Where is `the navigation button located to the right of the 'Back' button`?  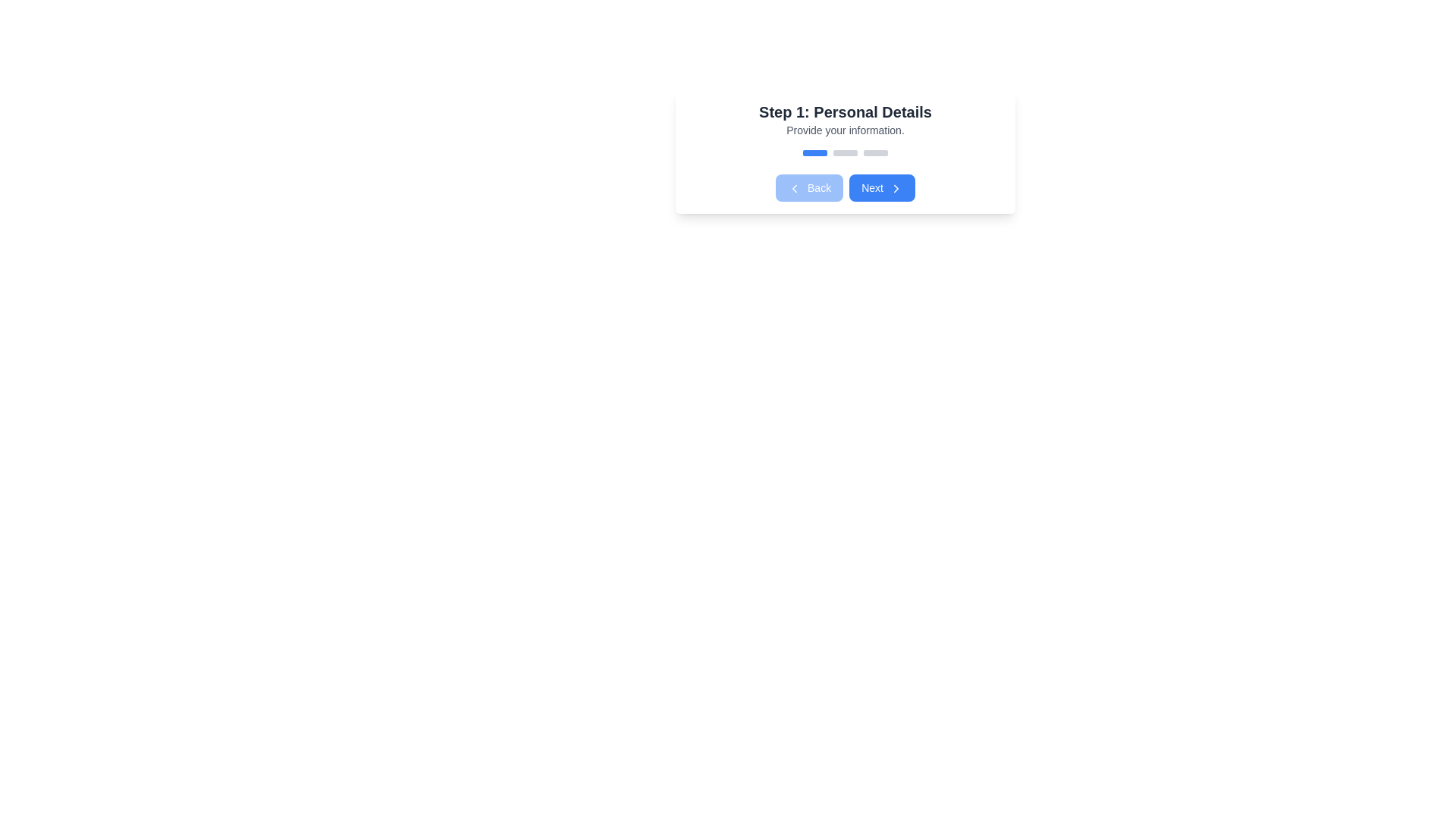 the navigation button located to the right of the 'Back' button is located at coordinates (882, 187).